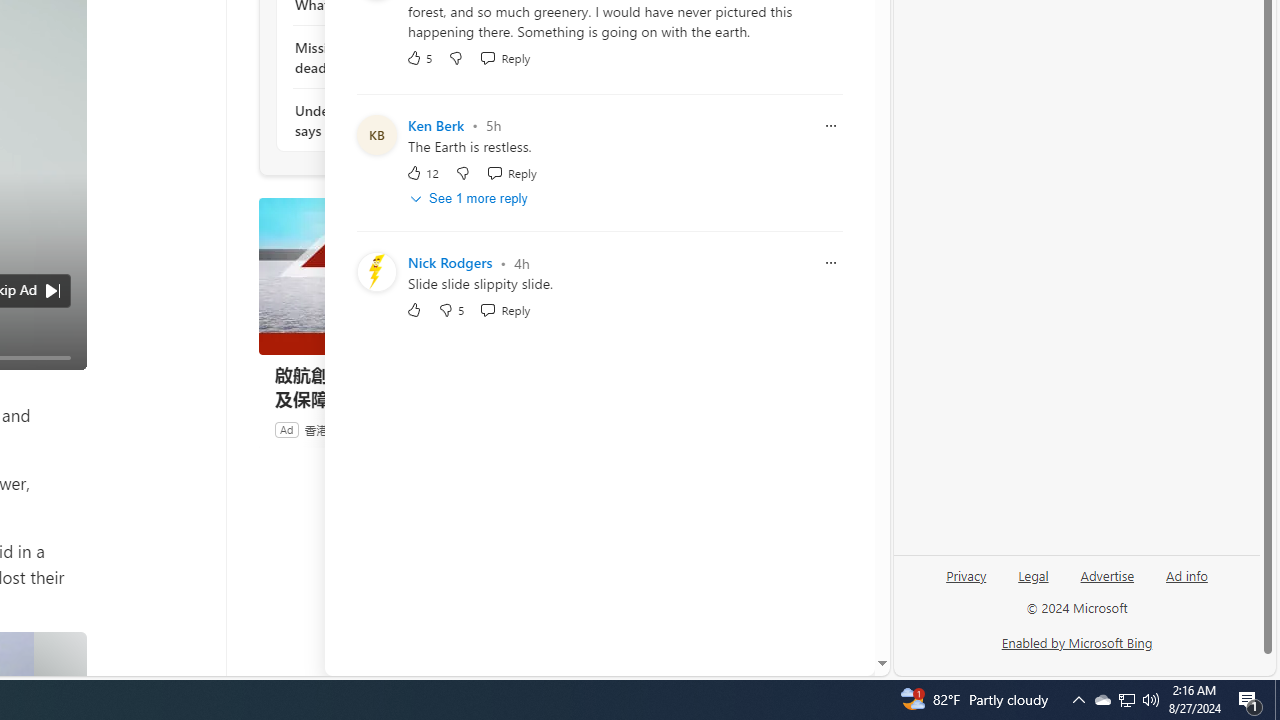  Describe the element at coordinates (831, 262) in the screenshot. I see `'Report comment'` at that location.